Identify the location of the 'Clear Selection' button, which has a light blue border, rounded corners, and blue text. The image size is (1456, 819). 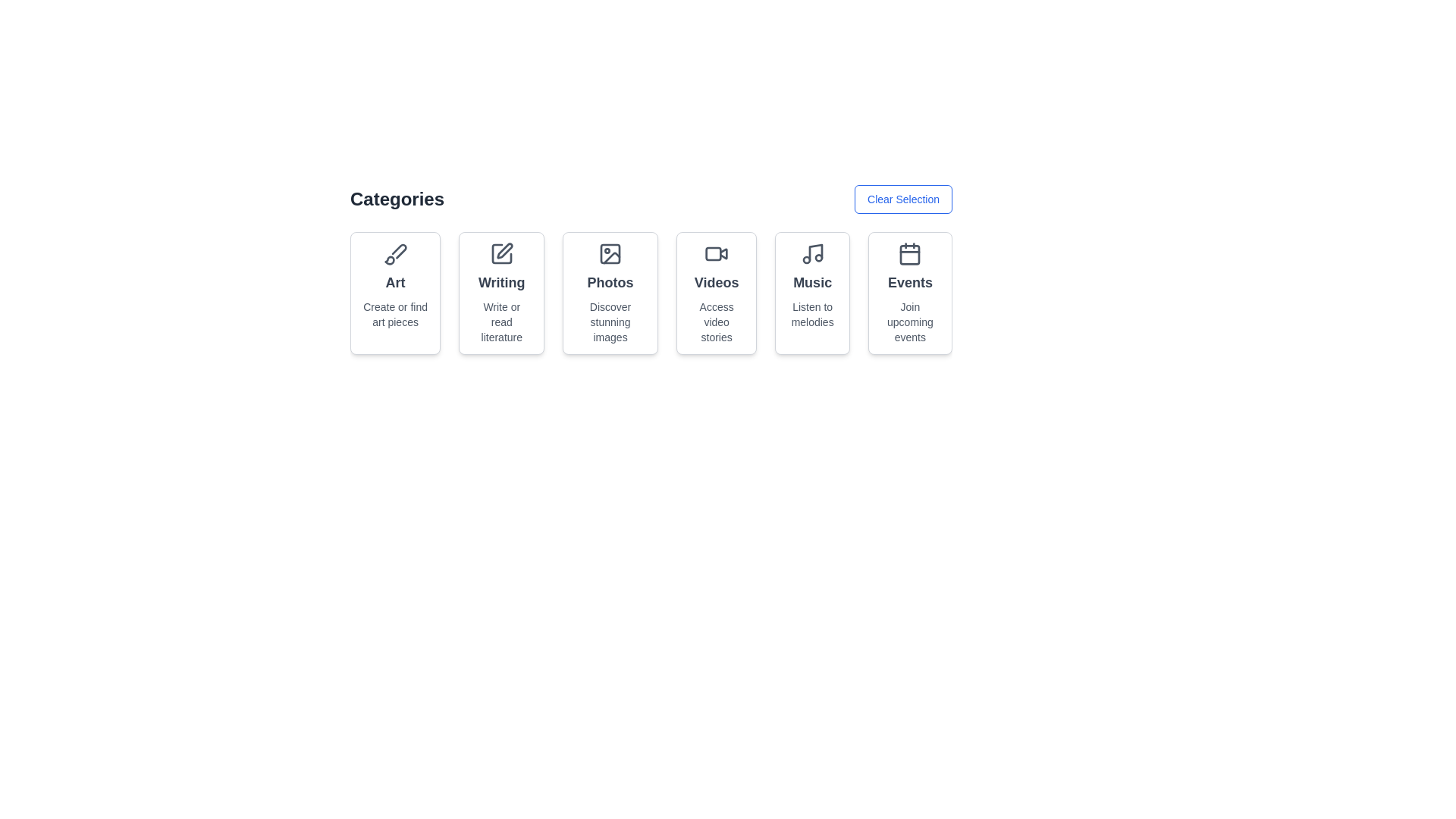
(903, 198).